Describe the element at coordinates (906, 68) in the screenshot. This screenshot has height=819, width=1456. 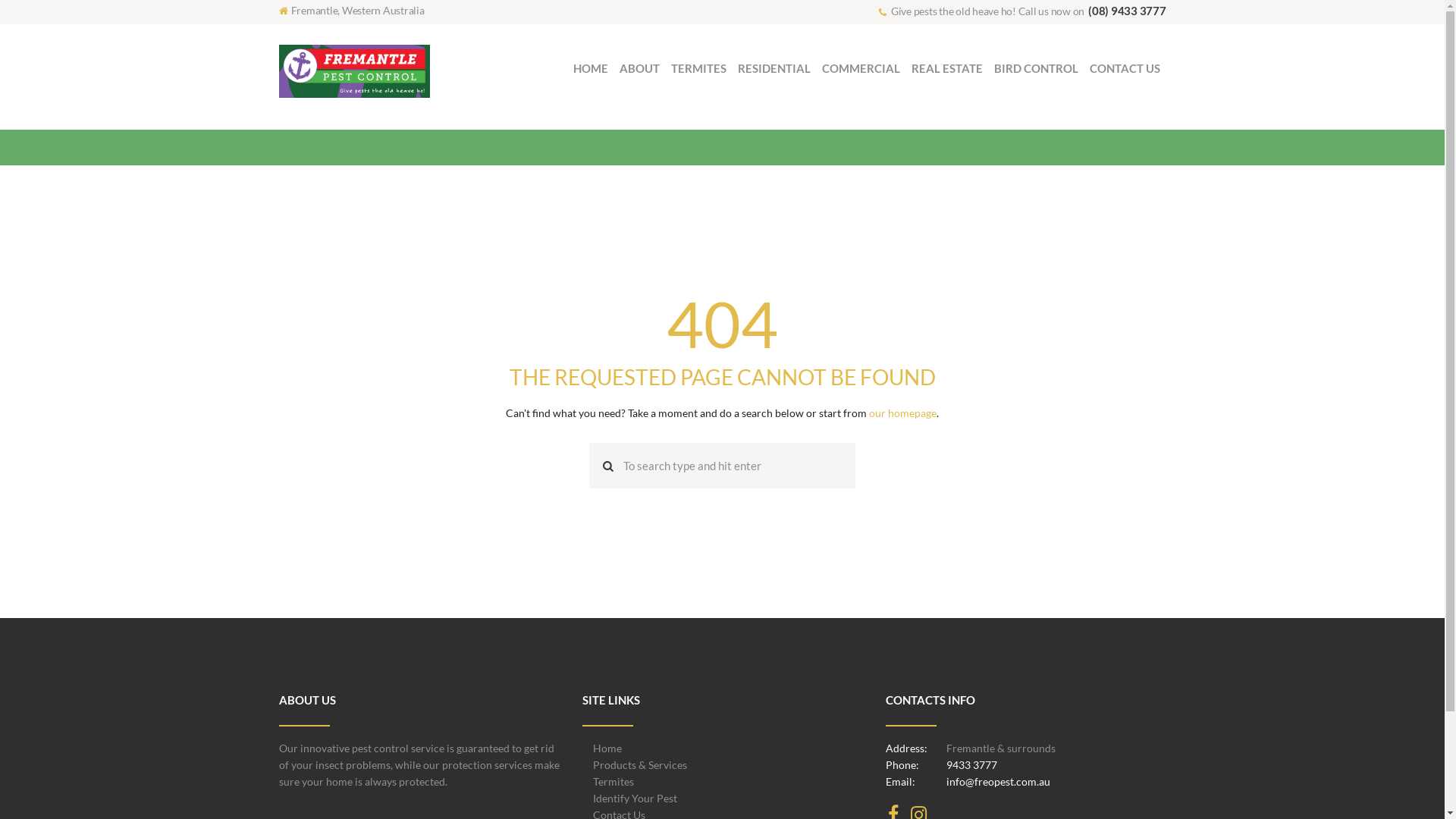
I see `'REAL ESTATE'` at that location.